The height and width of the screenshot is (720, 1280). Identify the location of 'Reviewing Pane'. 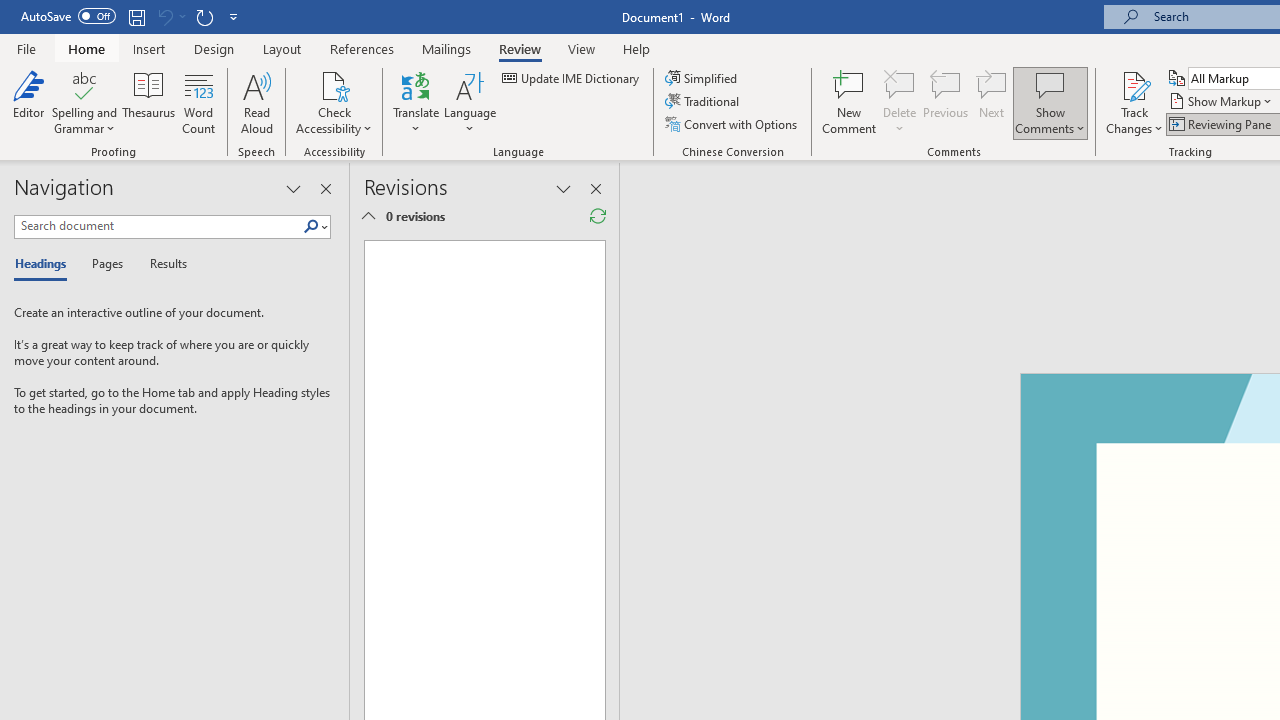
(1220, 124).